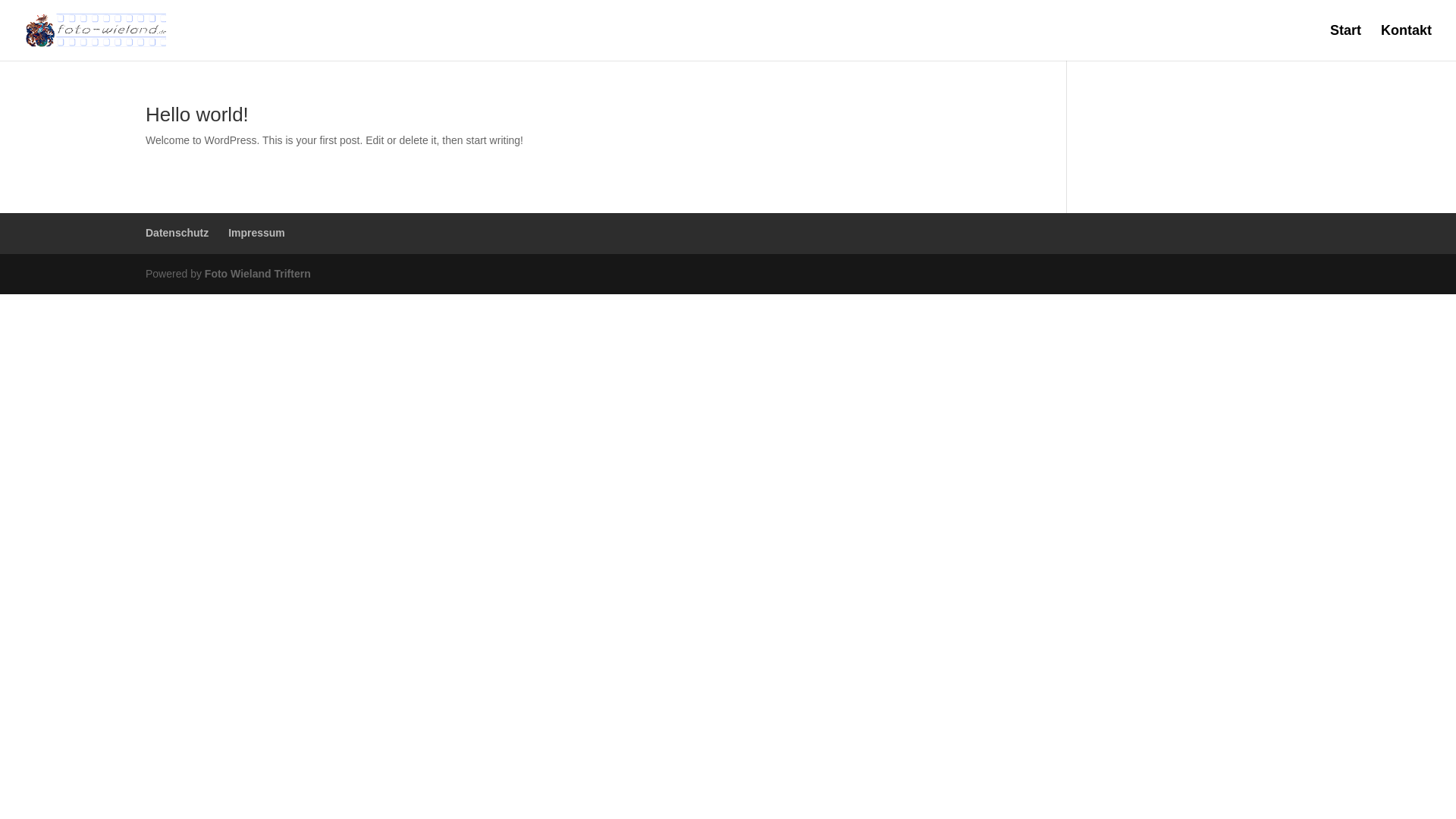 The height and width of the screenshot is (819, 1456). Describe the element at coordinates (1405, 42) in the screenshot. I see `'Kontakt'` at that location.